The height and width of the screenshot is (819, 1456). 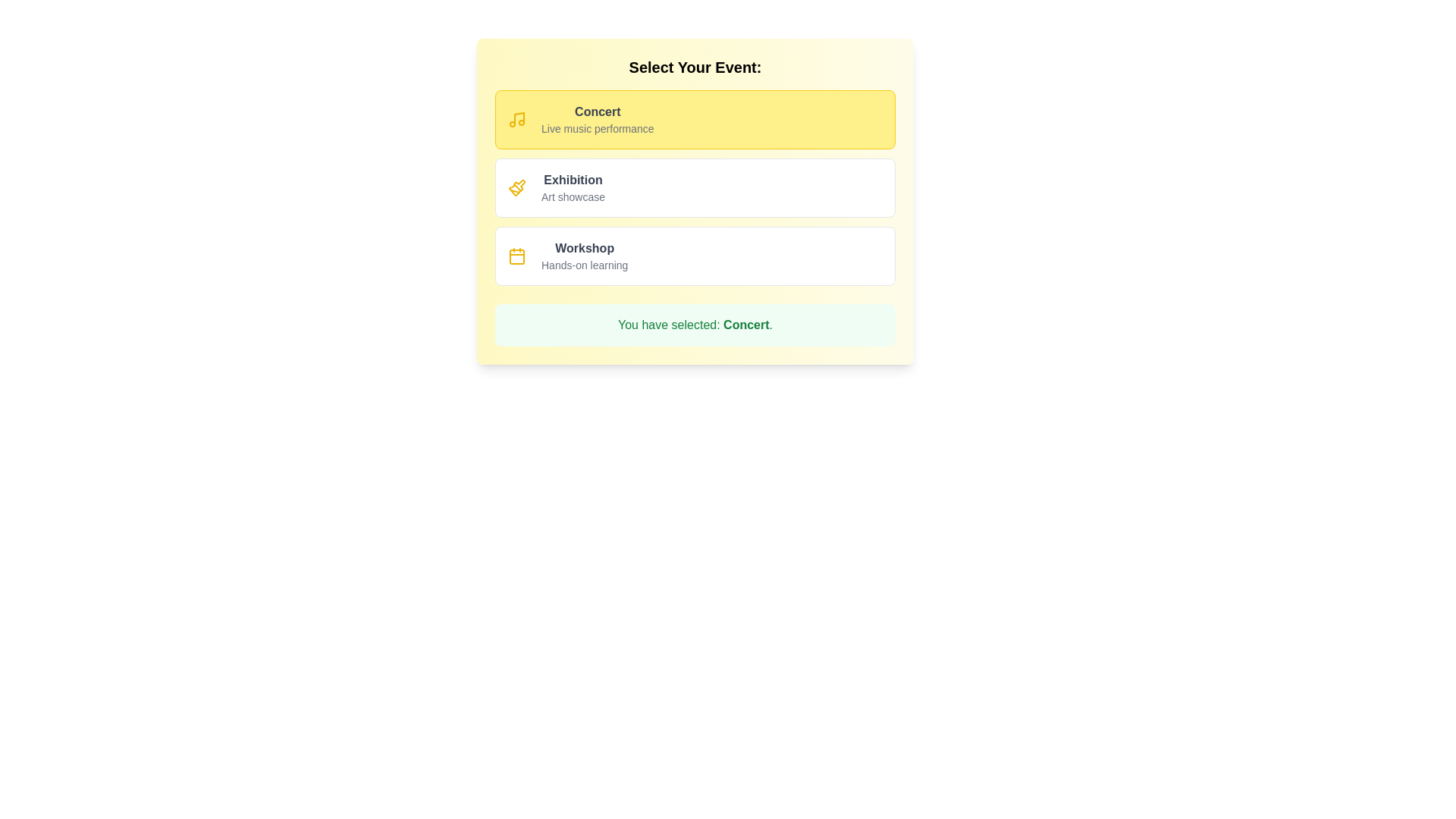 What do you see at coordinates (597, 127) in the screenshot?
I see `the text element that provides additional description about the 'Concert' option, located directly beneath the 'Concert' label within a yellow-highlighted selection box` at bounding box center [597, 127].